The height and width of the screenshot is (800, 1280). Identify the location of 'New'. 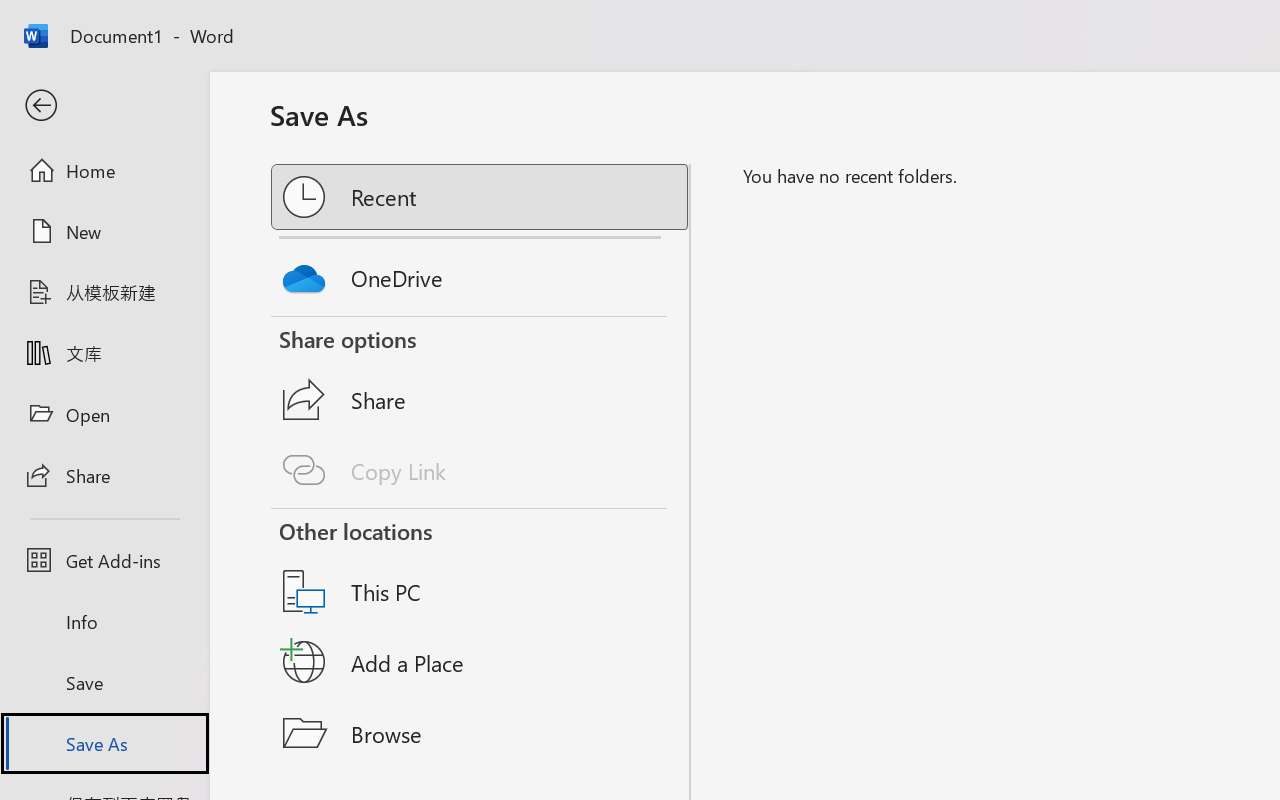
(103, 231).